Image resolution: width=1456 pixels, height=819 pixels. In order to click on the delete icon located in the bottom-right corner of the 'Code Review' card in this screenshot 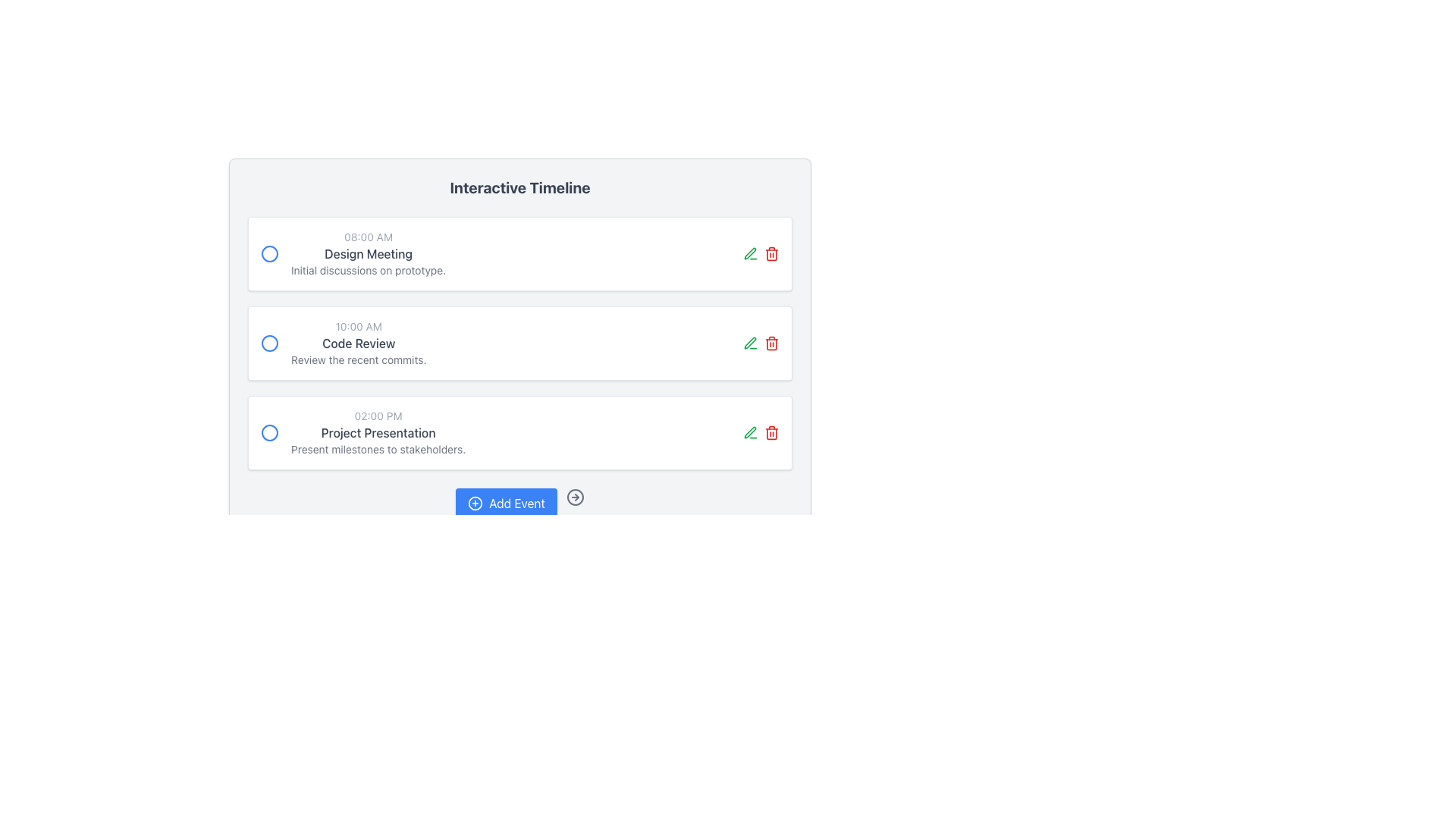, I will do `click(771, 343)`.